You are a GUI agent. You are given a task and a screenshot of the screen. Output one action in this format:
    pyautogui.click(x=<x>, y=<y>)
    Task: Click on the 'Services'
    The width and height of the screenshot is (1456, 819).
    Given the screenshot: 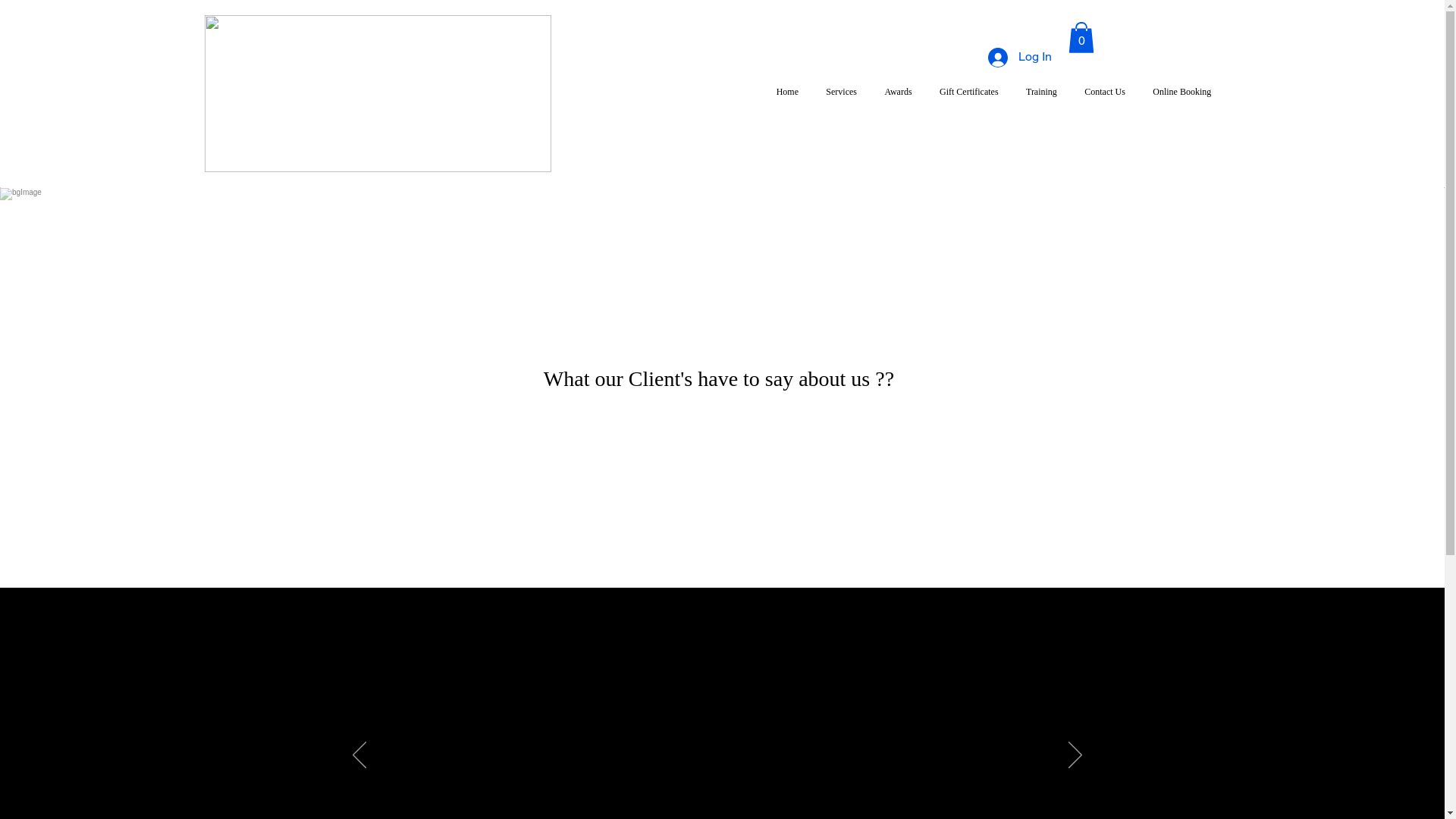 What is the action you would take?
    pyautogui.click(x=840, y=91)
    